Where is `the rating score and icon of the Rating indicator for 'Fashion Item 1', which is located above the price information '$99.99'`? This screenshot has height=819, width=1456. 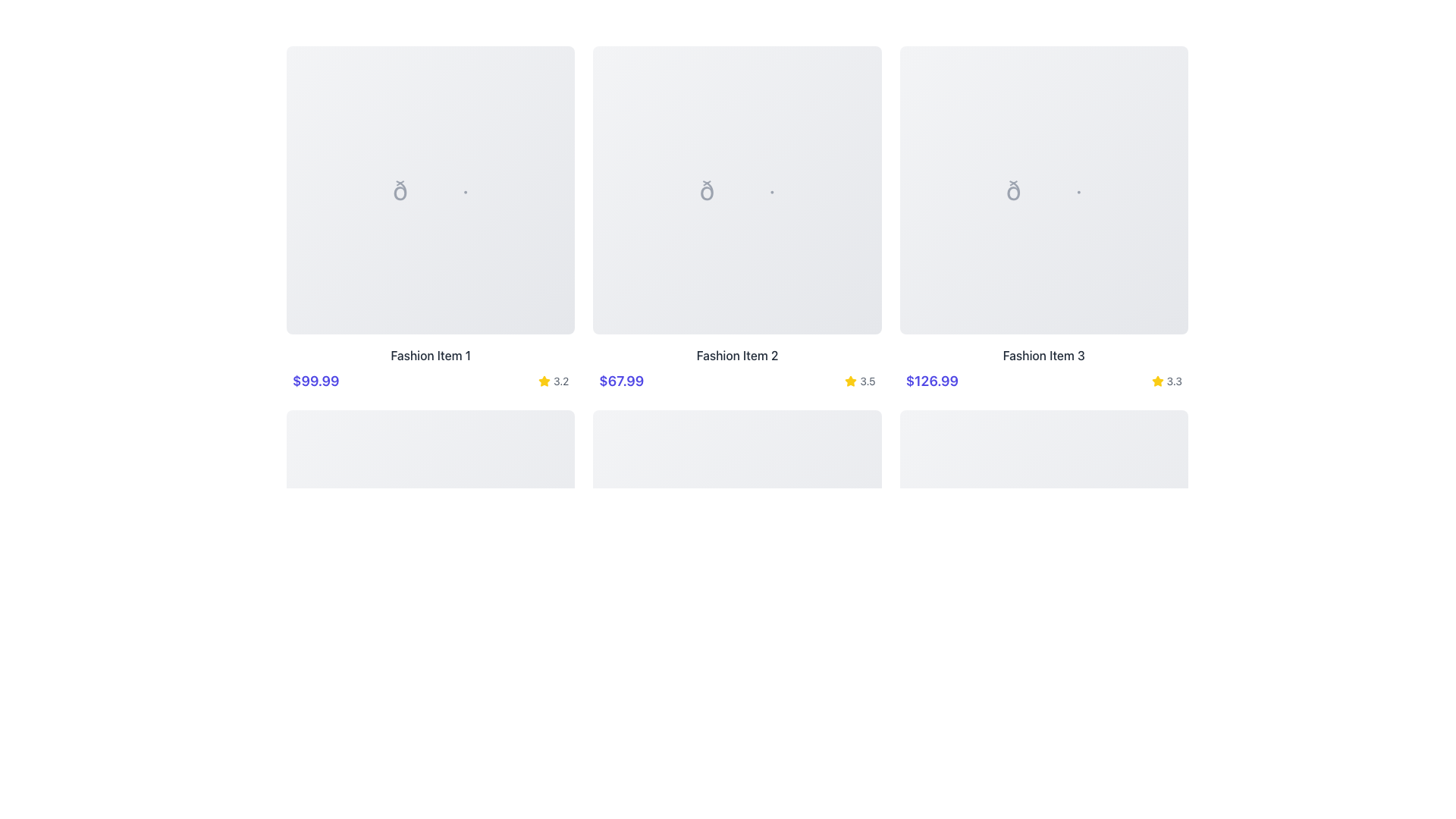
the rating score and icon of the Rating indicator for 'Fashion Item 1', which is located above the price information '$99.99' is located at coordinates (553, 381).